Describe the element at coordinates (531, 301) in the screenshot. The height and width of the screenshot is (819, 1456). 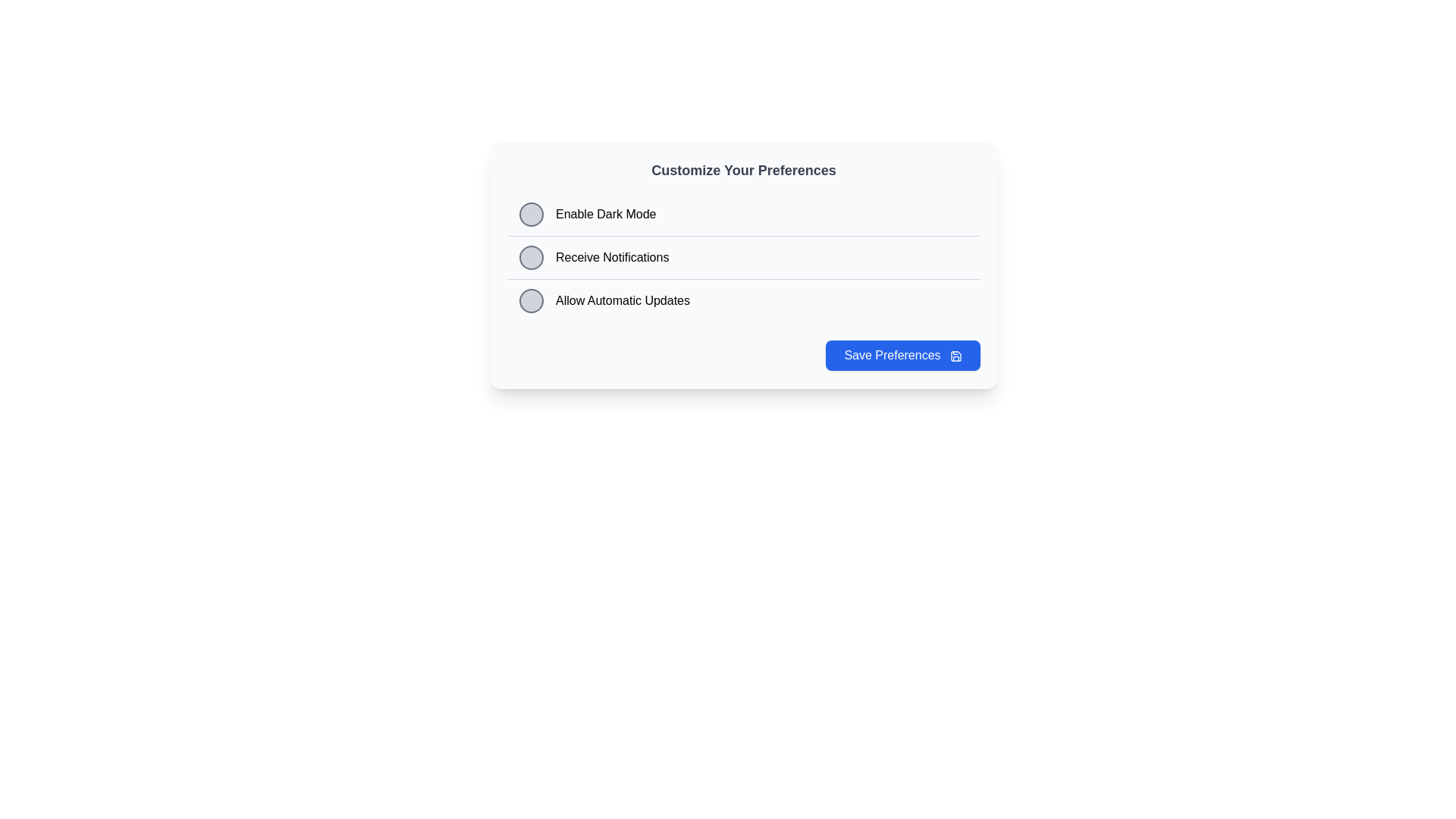
I see `the active radio button next to the text 'Allow Automatic Updates'` at that location.